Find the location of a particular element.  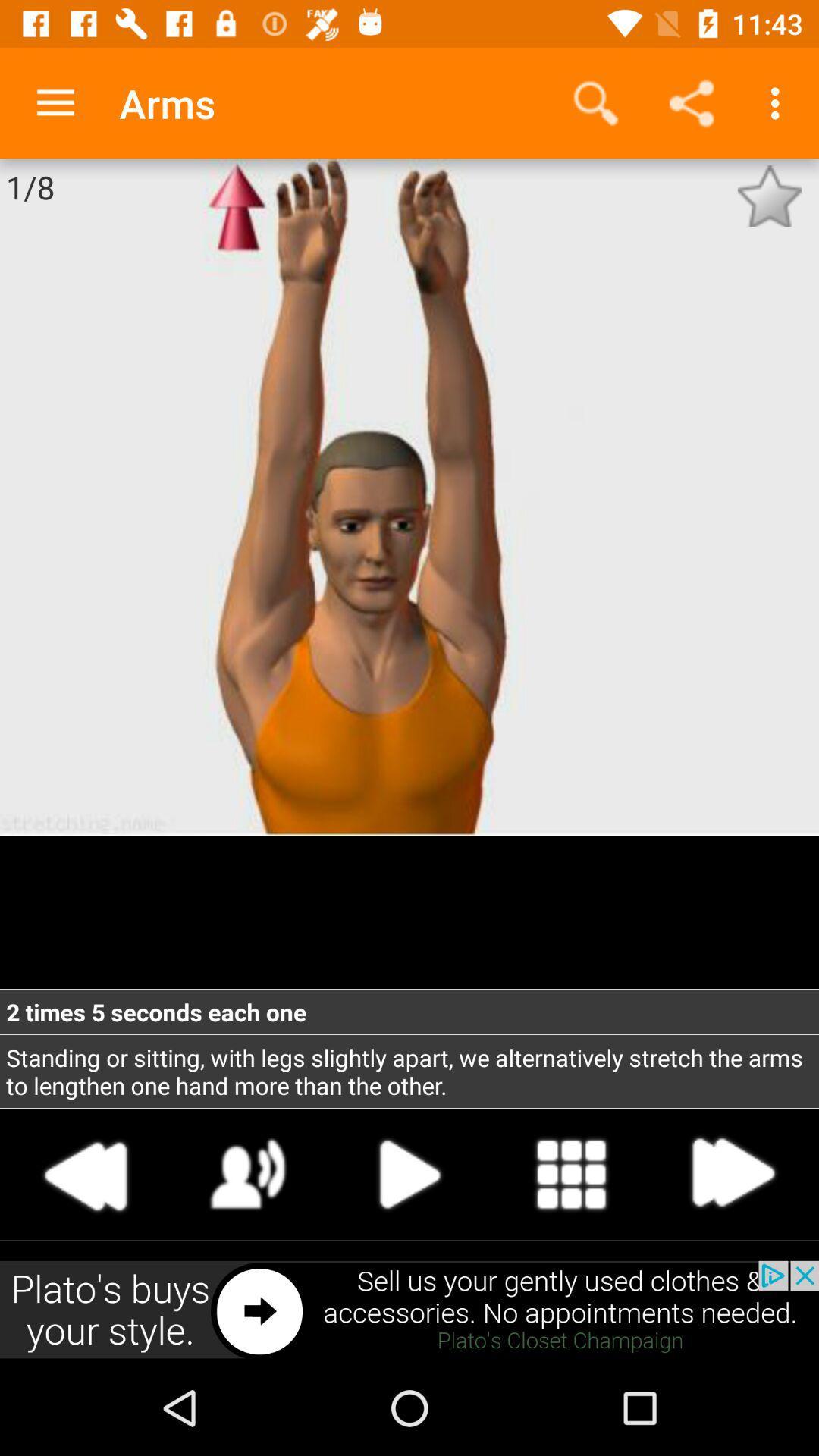

the dialpad icon is located at coordinates (571, 1173).